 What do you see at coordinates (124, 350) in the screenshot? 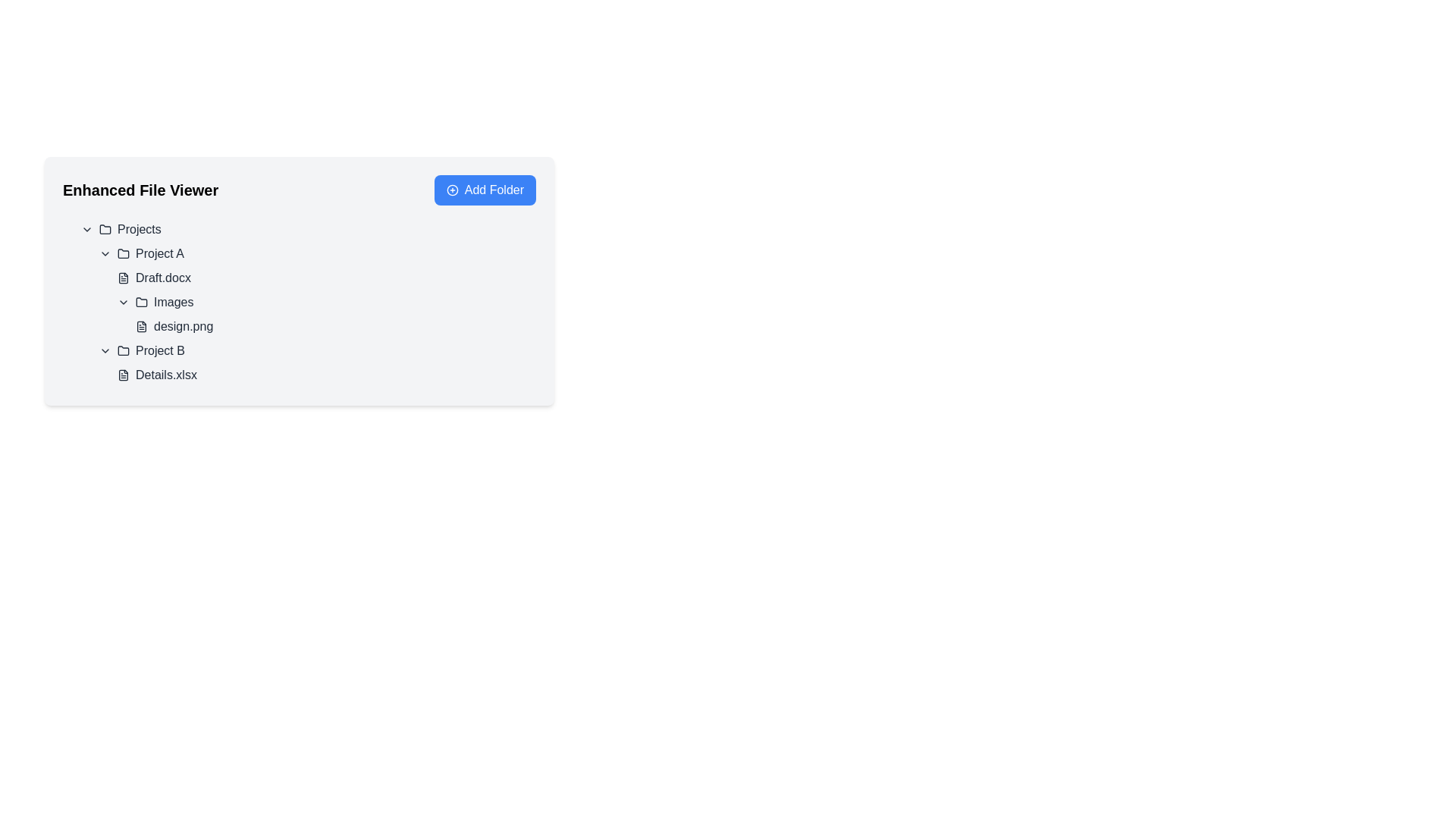
I see `the folder icon located under 'Project B' in the file viewer, which is the first icon associated with that label` at bounding box center [124, 350].